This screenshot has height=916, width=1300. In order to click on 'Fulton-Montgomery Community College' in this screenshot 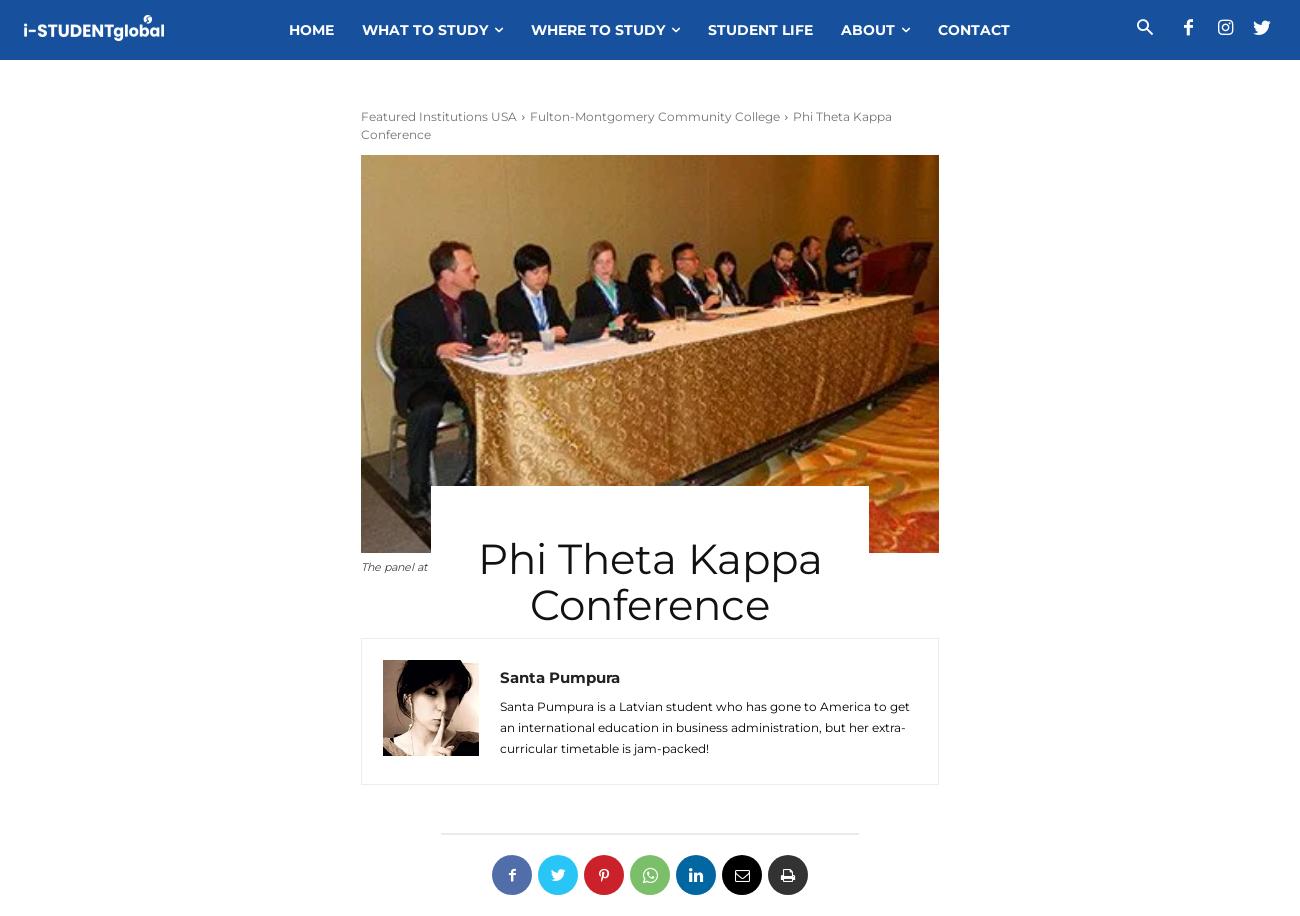, I will do `click(653, 116)`.